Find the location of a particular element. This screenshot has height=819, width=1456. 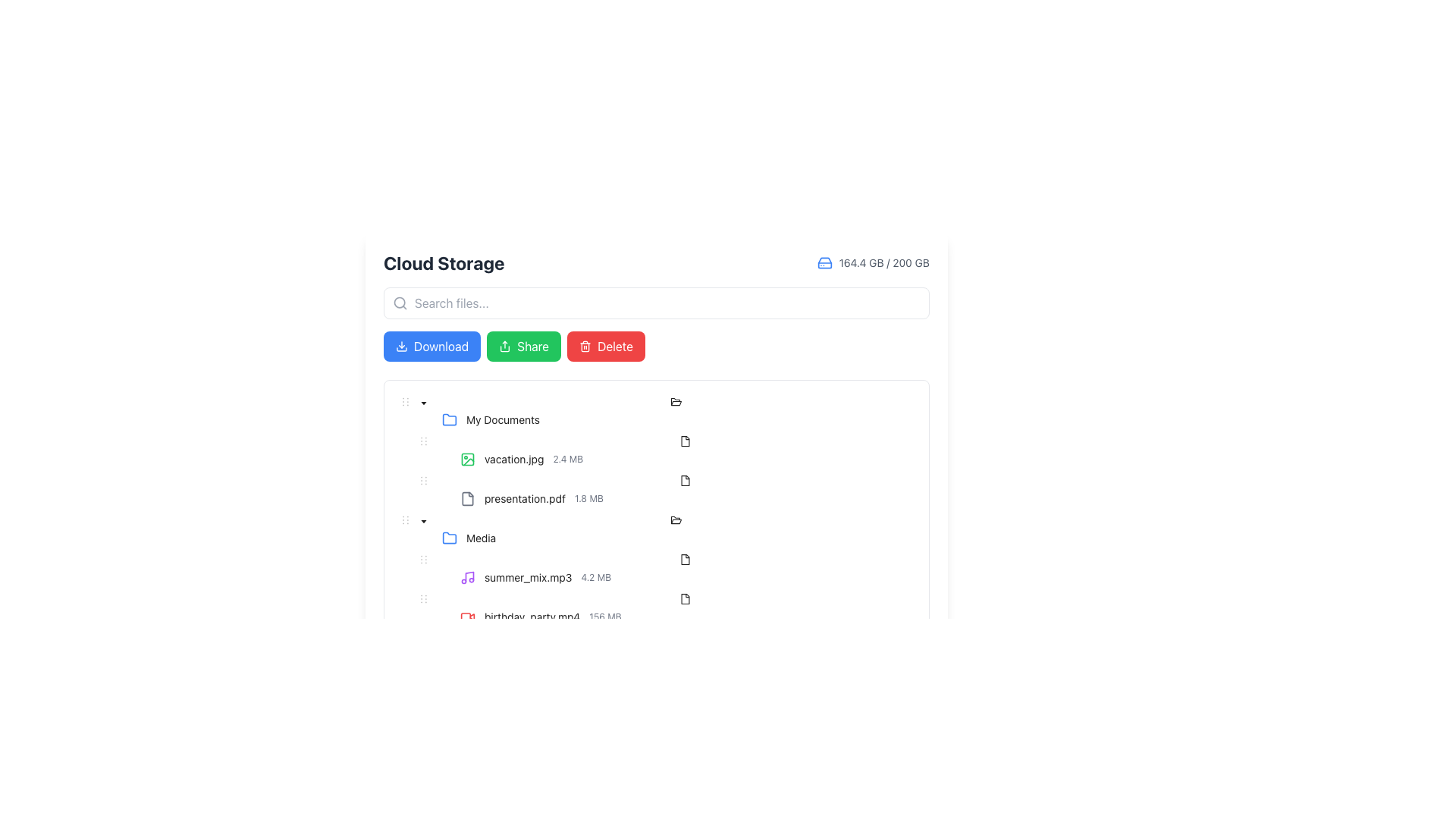

the document icon representing 'presentation.pdf', which indicates the file type in the file management system is located at coordinates (467, 499).